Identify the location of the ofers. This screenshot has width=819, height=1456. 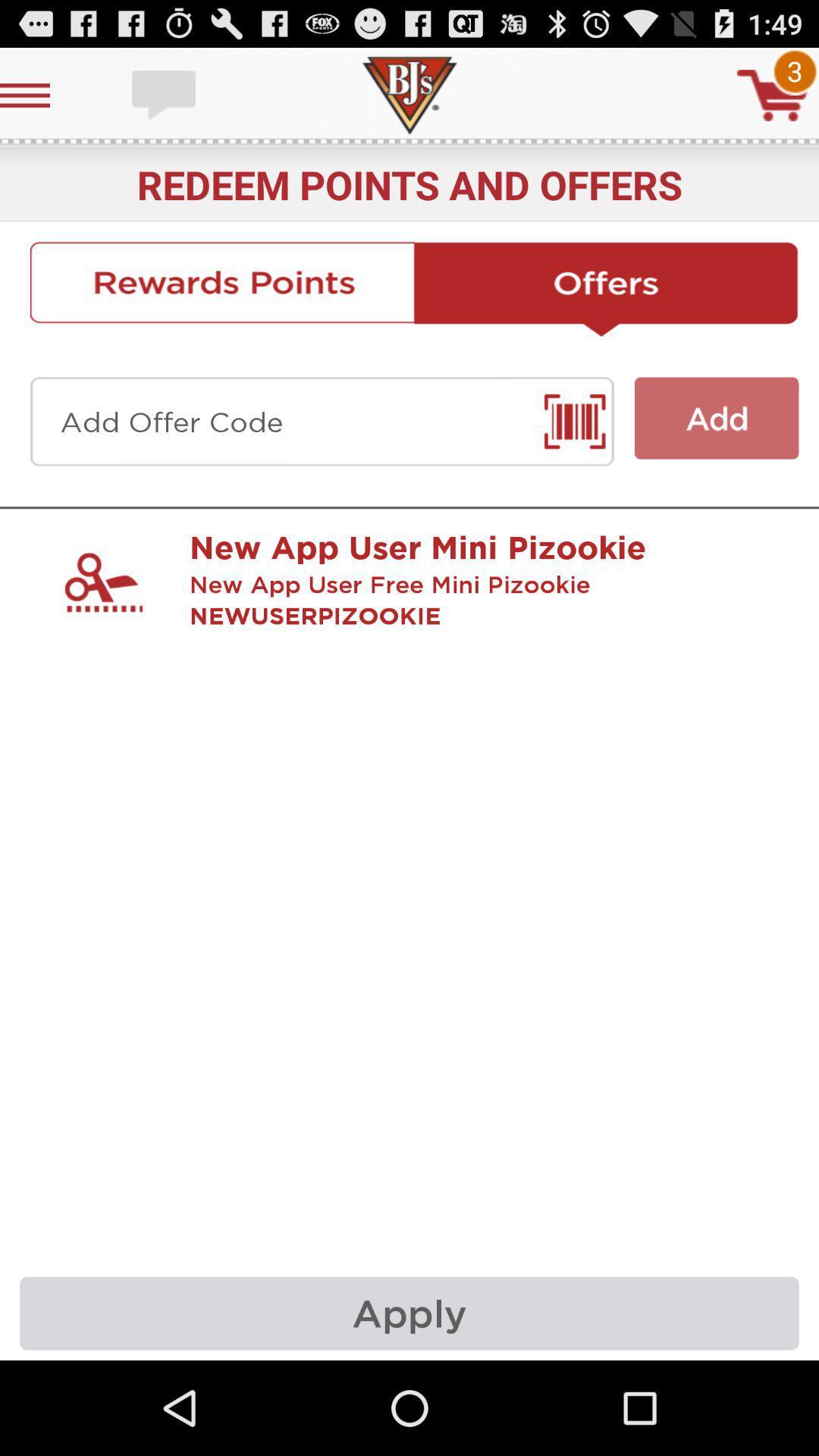
(606, 289).